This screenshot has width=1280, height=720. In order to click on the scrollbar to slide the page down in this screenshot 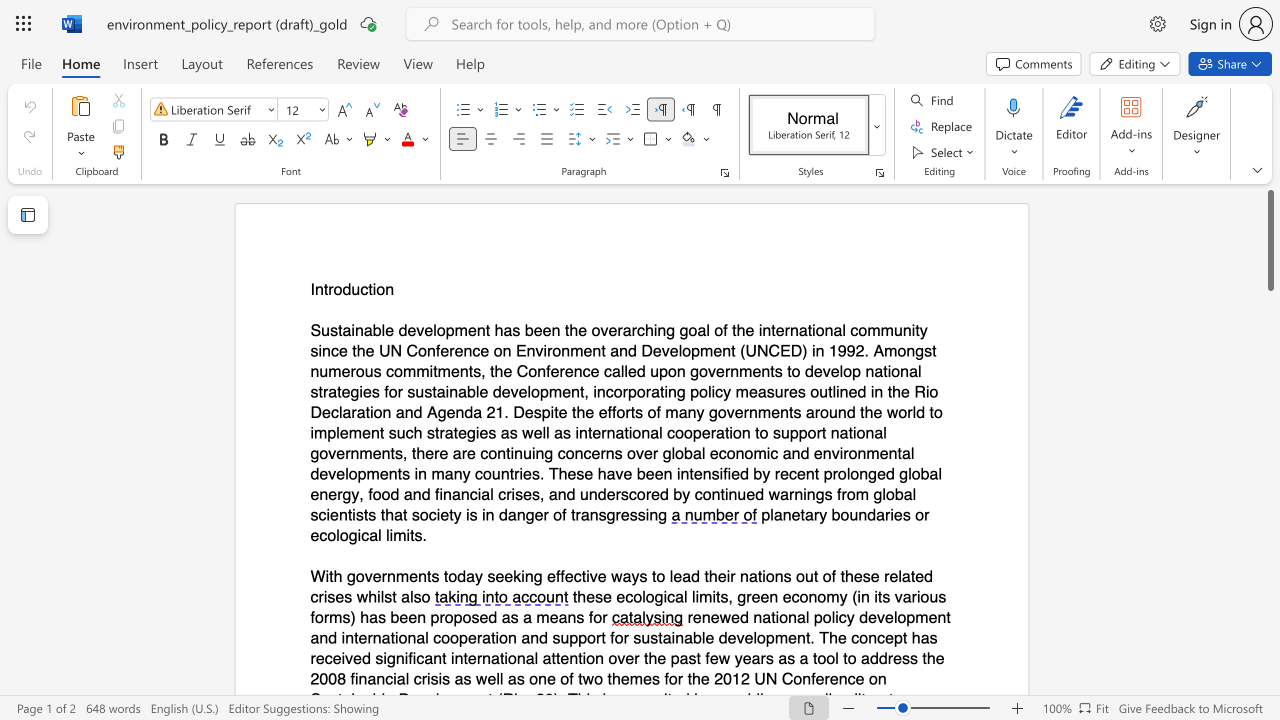, I will do `click(1269, 670)`.